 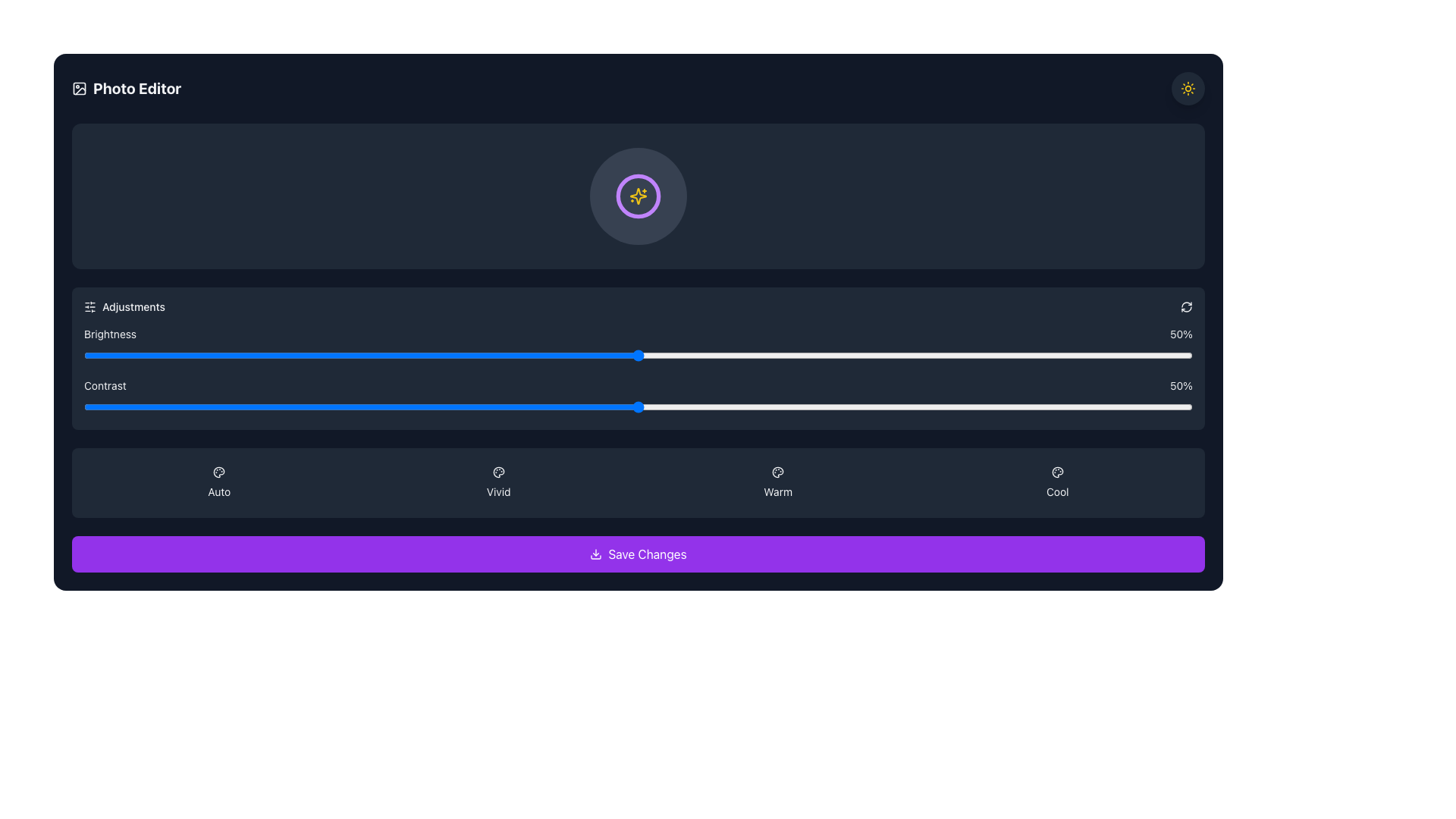 I want to click on the 'Vivid' button, which is the second button in a row of four buttons located at the bottom part of the interface, so click(x=498, y=482).